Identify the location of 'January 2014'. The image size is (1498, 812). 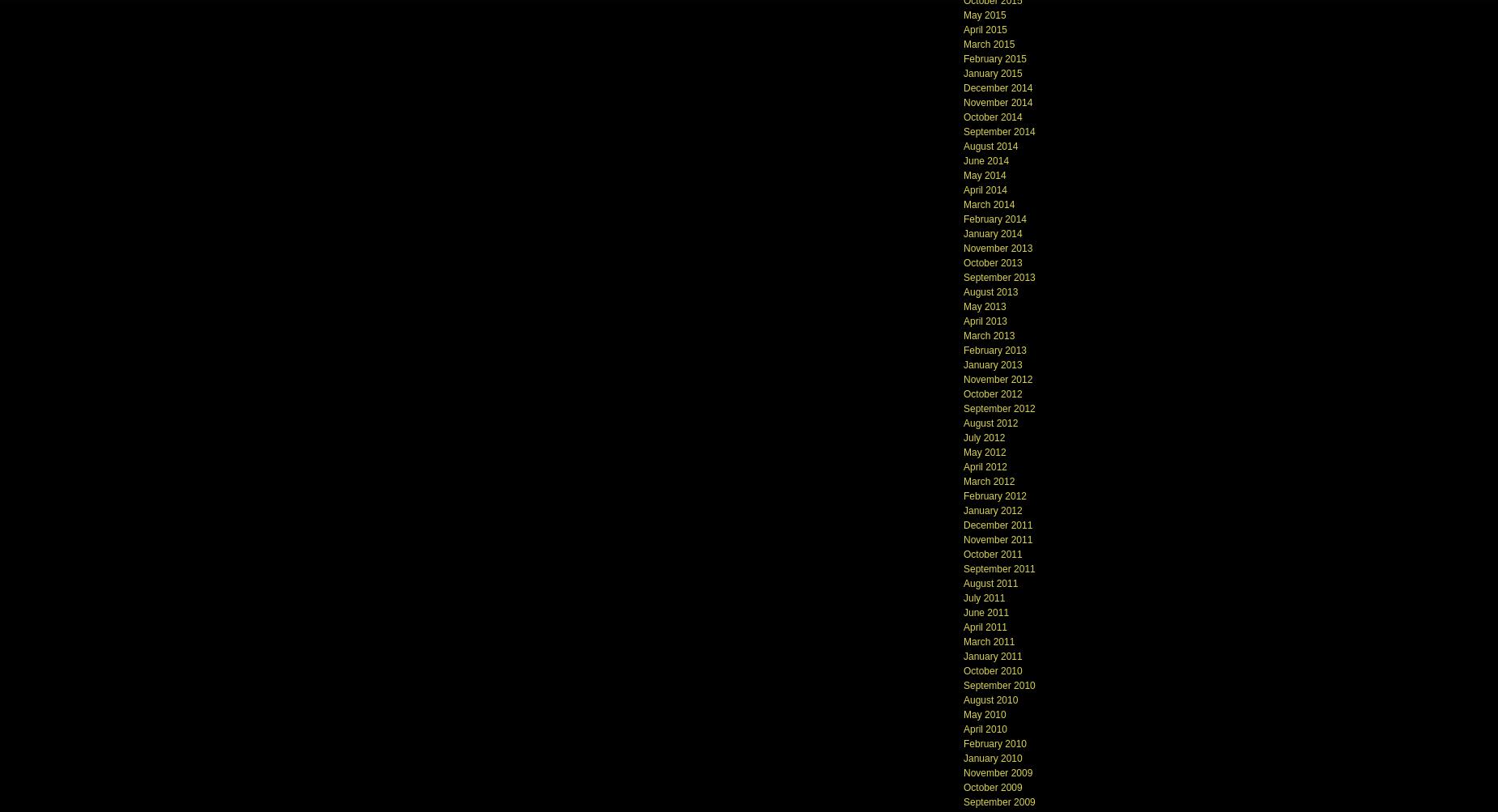
(991, 232).